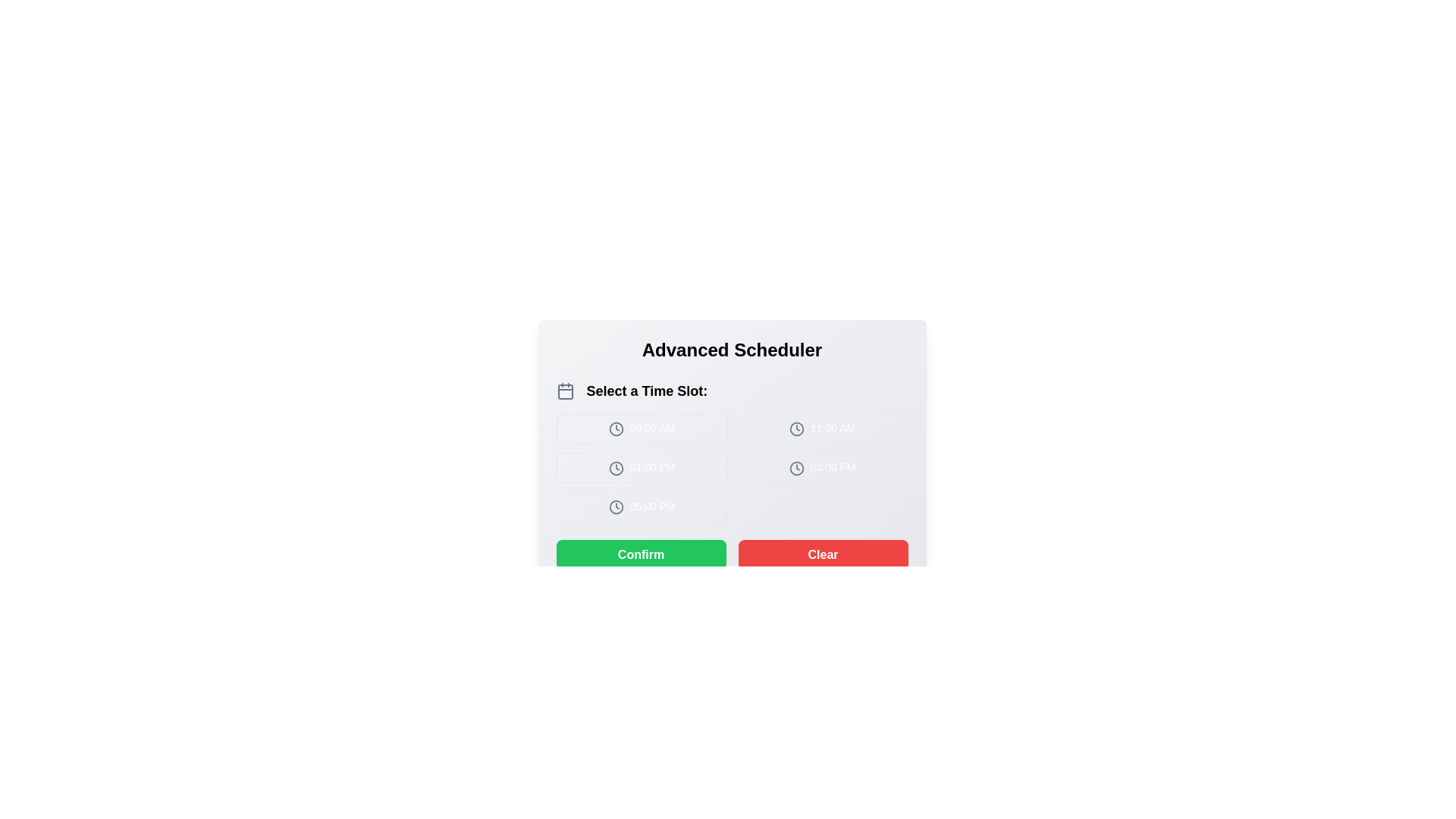  Describe the element at coordinates (822, 554) in the screenshot. I see `the clear button located at the bottom center of the interface, which is the second button in a button group to the right of the green 'Confirm' button` at that location.